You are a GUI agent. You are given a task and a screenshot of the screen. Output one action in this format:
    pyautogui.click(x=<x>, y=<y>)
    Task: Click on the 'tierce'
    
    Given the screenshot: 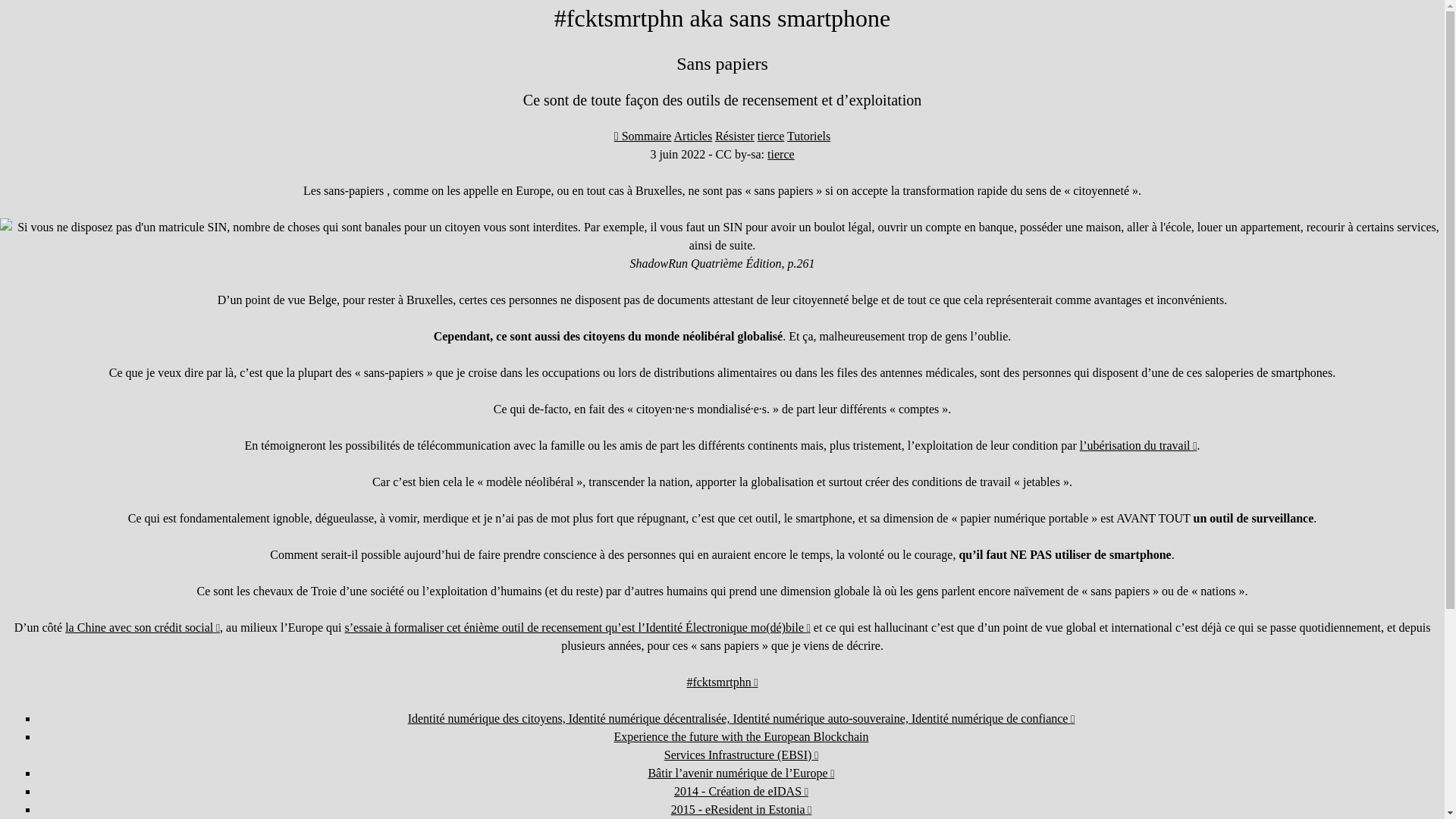 What is the action you would take?
    pyautogui.click(x=781, y=154)
    